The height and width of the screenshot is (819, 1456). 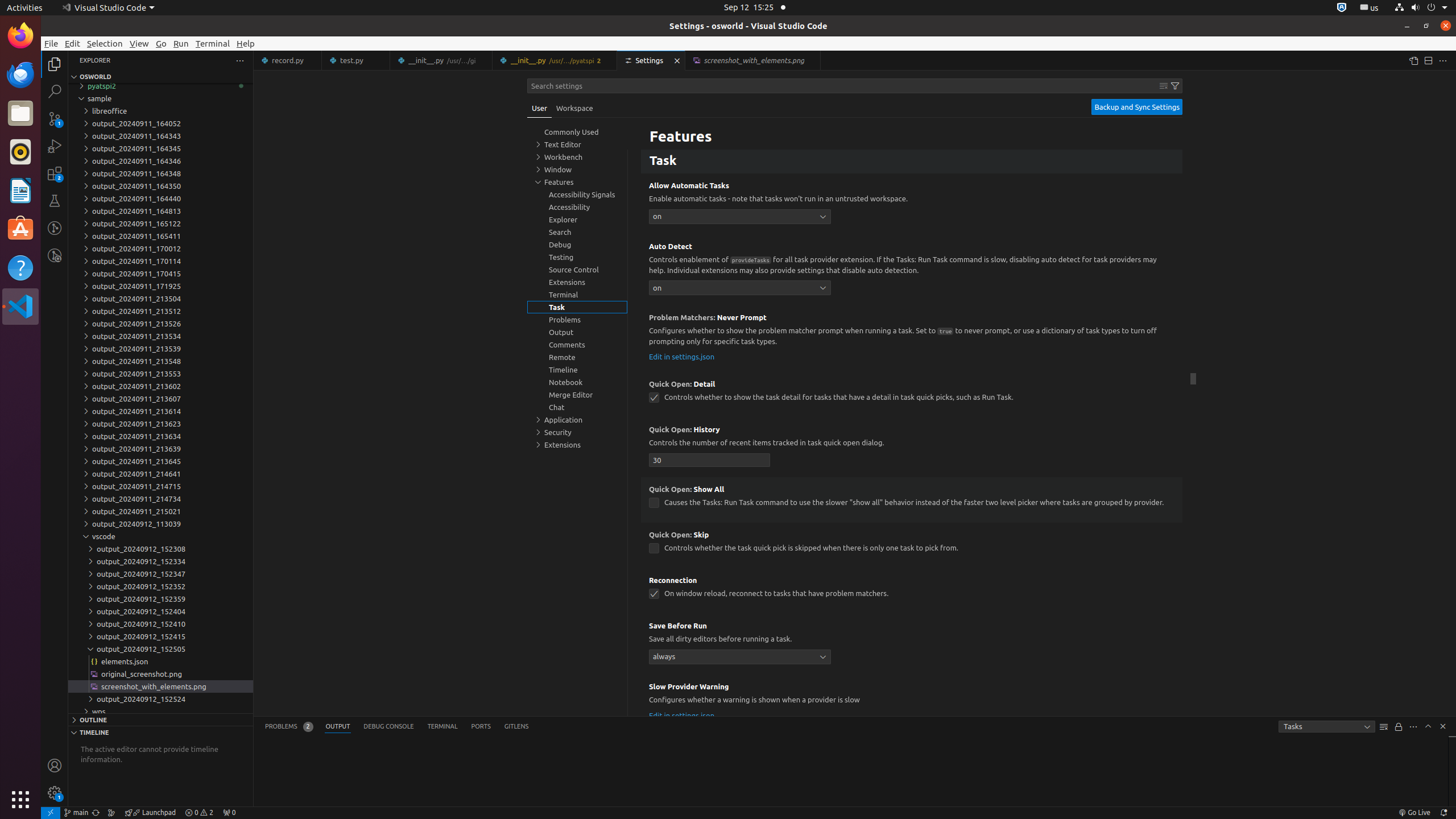 What do you see at coordinates (1442, 725) in the screenshot?
I see `'Hide Panel'` at bounding box center [1442, 725].